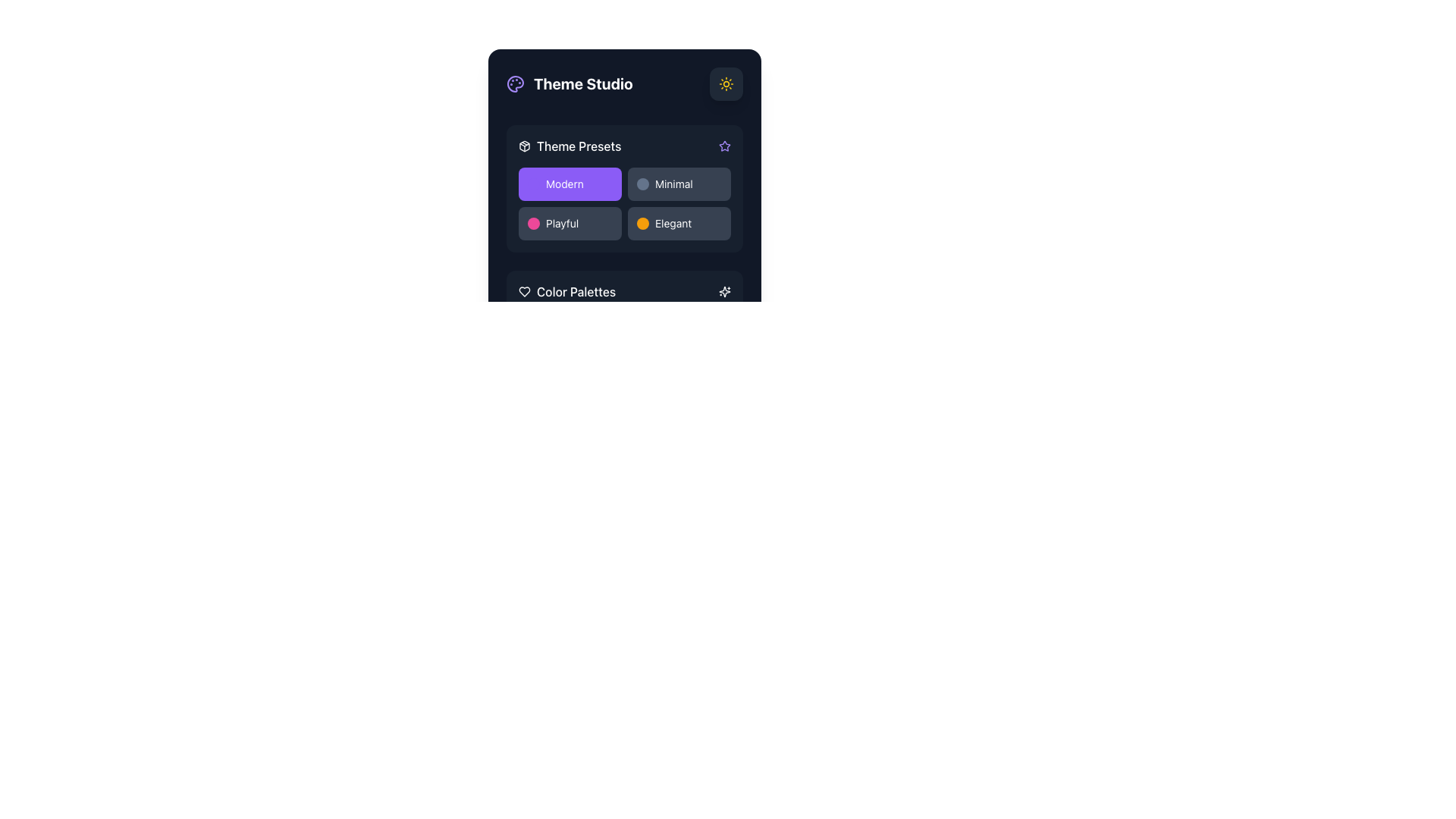  I want to click on the 'Minimal' button in the 'Theme Presets' section, so click(679, 184).